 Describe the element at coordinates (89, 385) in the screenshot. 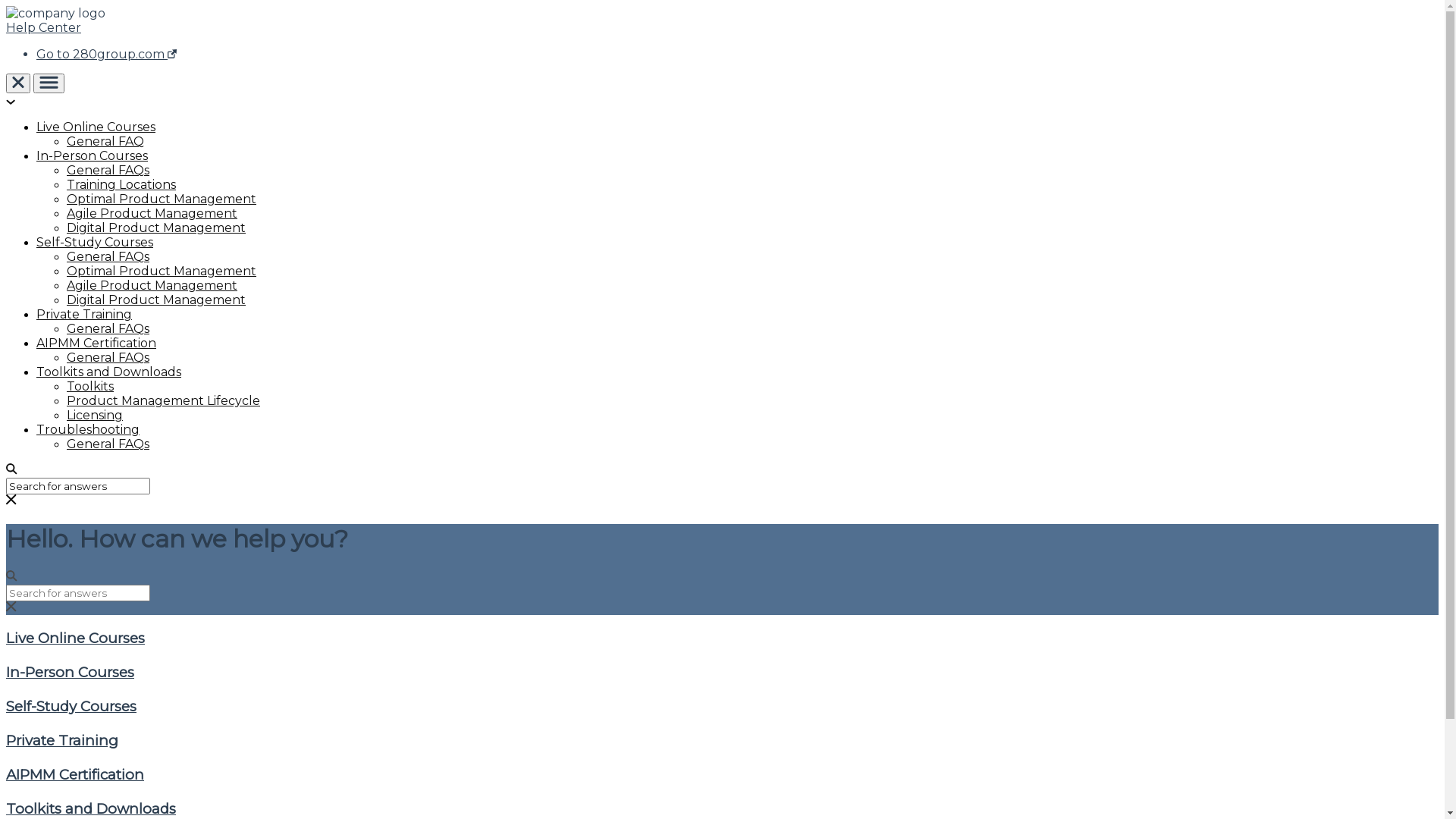

I see `'Toolkits'` at that location.